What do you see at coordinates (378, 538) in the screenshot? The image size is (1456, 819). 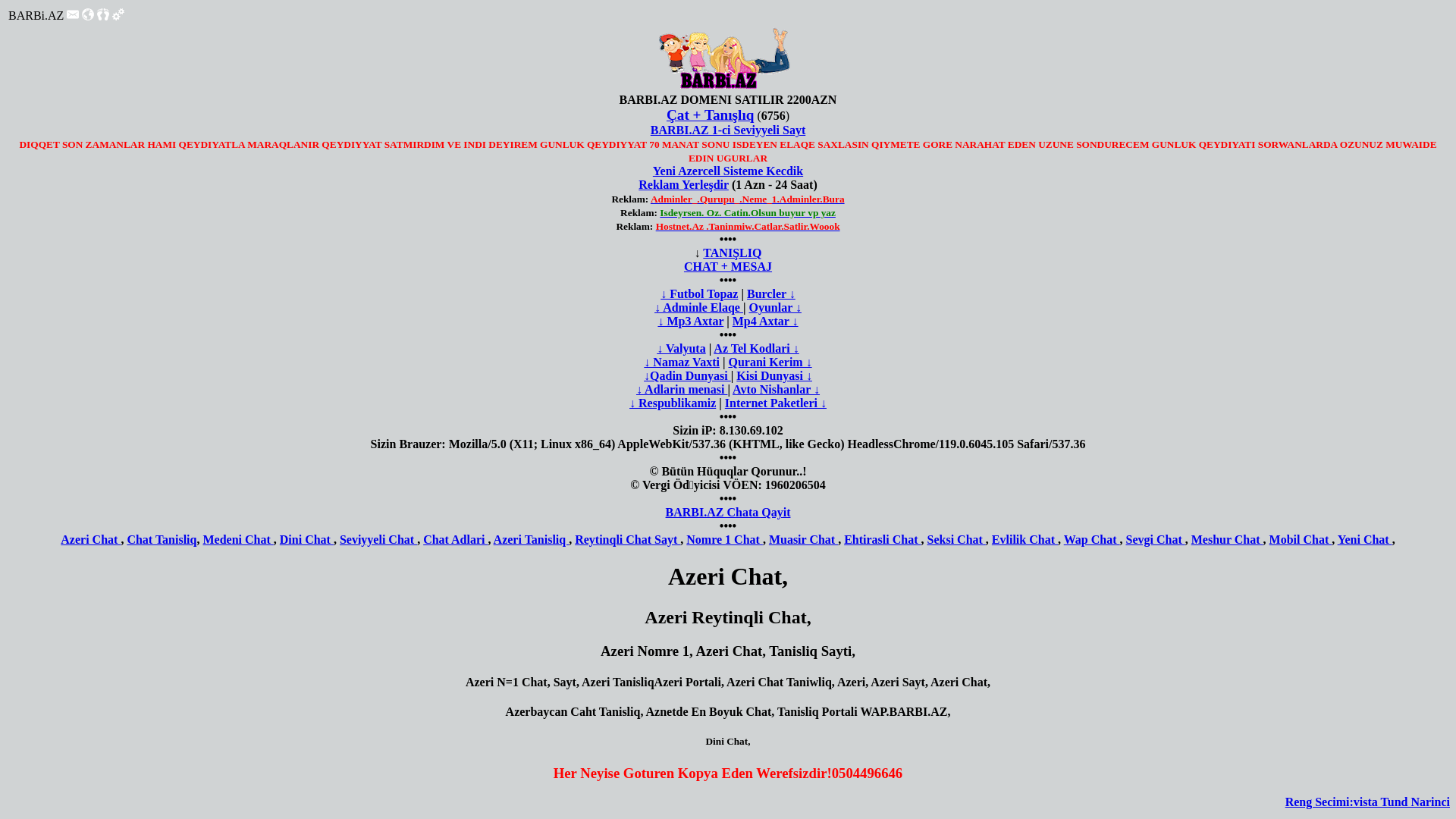 I see `'Seviyyeli Chat'` at bounding box center [378, 538].